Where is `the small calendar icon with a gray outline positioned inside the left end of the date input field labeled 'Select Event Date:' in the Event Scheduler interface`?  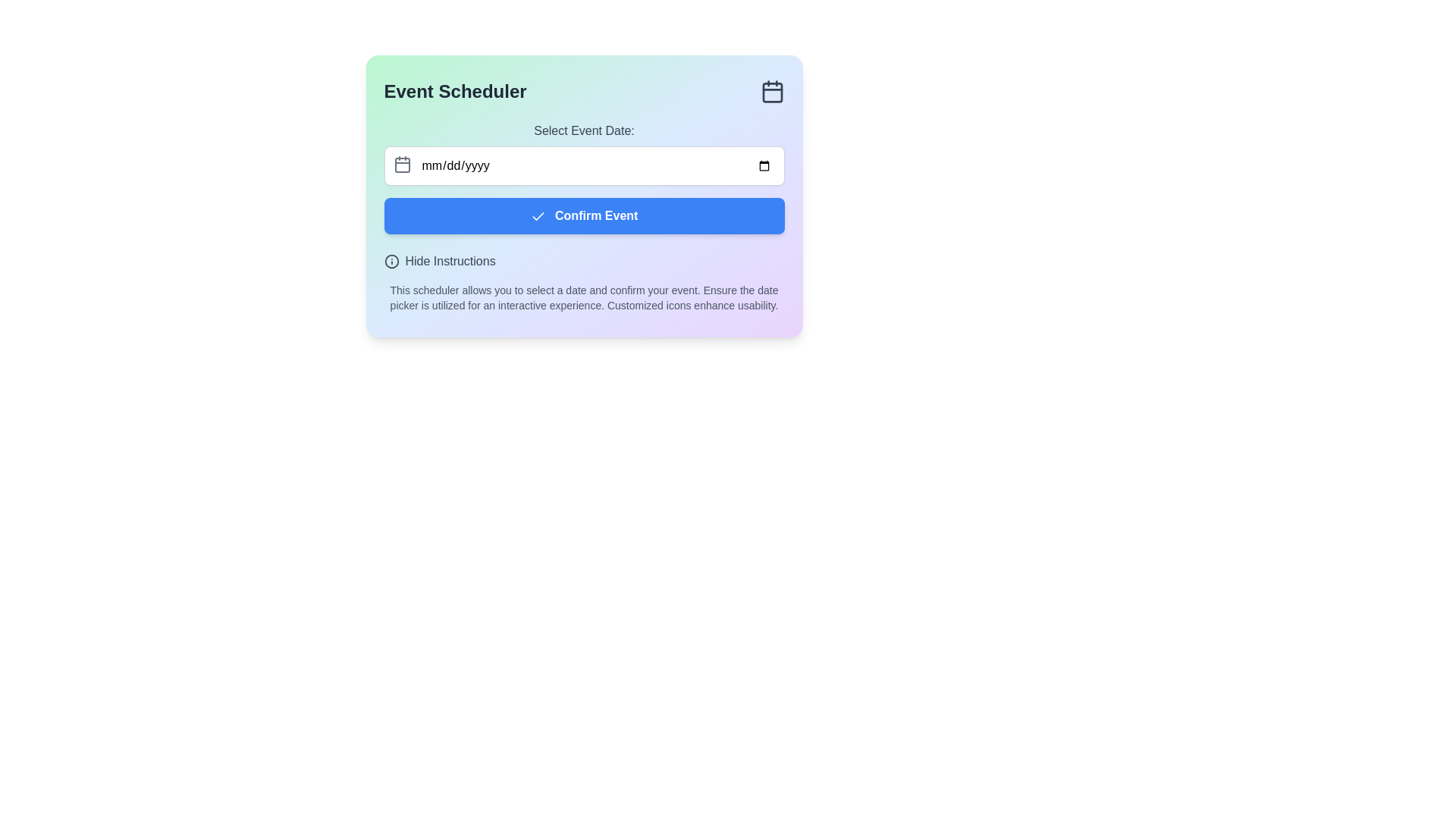
the small calendar icon with a gray outline positioned inside the left end of the date input field labeled 'Select Event Date:' in the Event Scheduler interface is located at coordinates (402, 164).